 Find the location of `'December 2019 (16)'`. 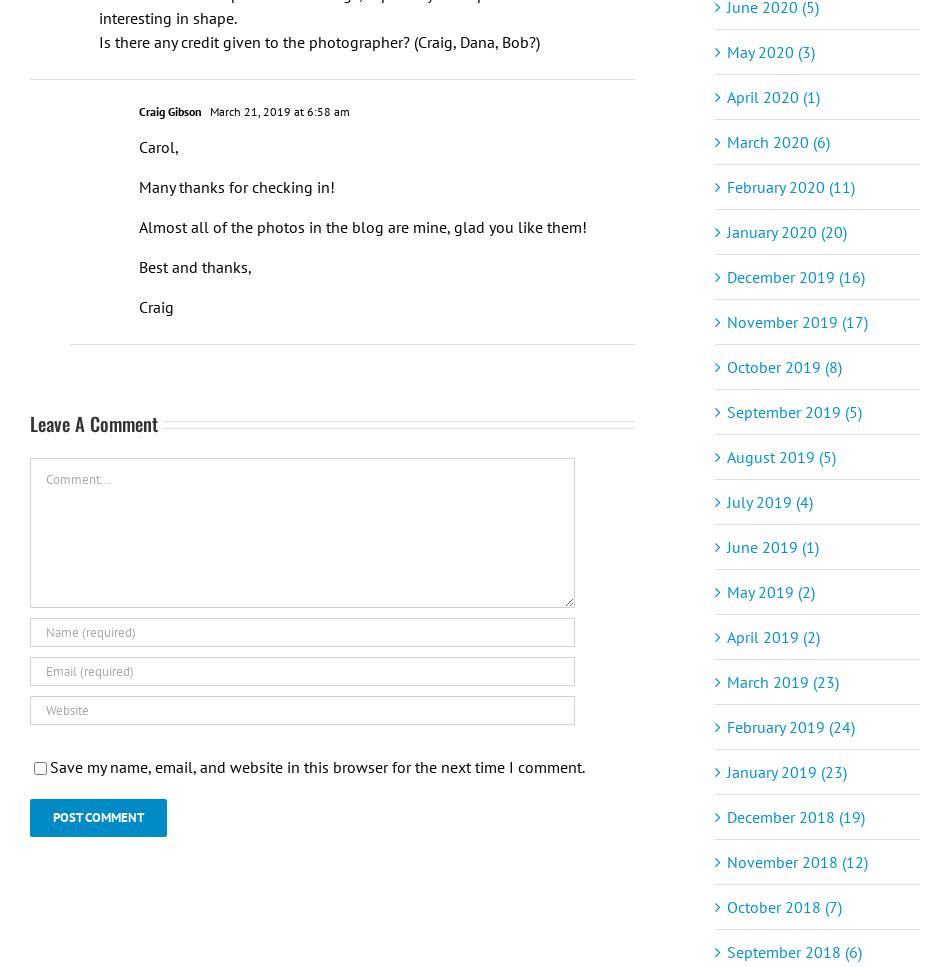

'December 2019 (16)' is located at coordinates (795, 274).